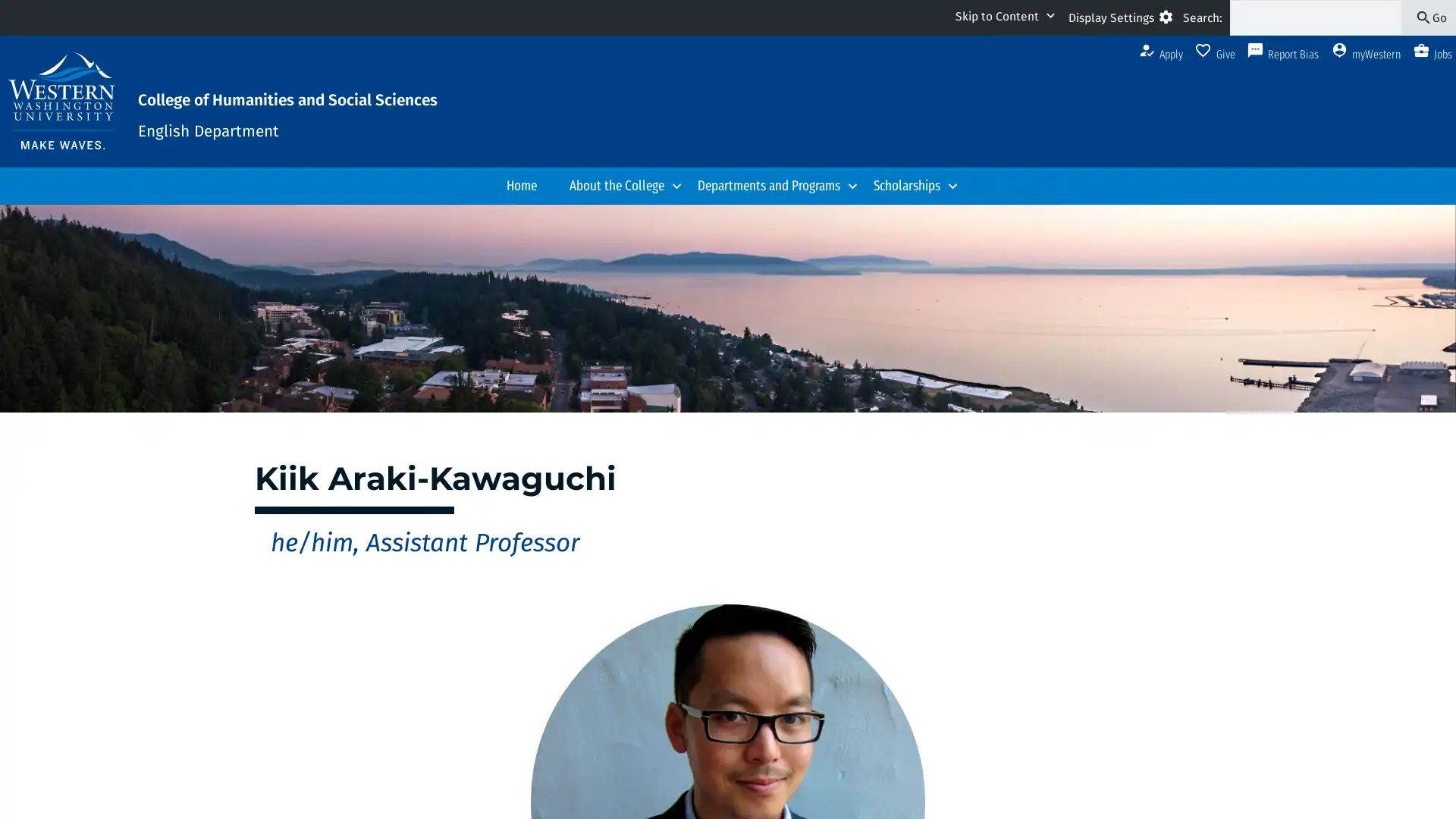  Describe the element at coordinates (910, 185) in the screenshot. I see `Scholarships` at that location.